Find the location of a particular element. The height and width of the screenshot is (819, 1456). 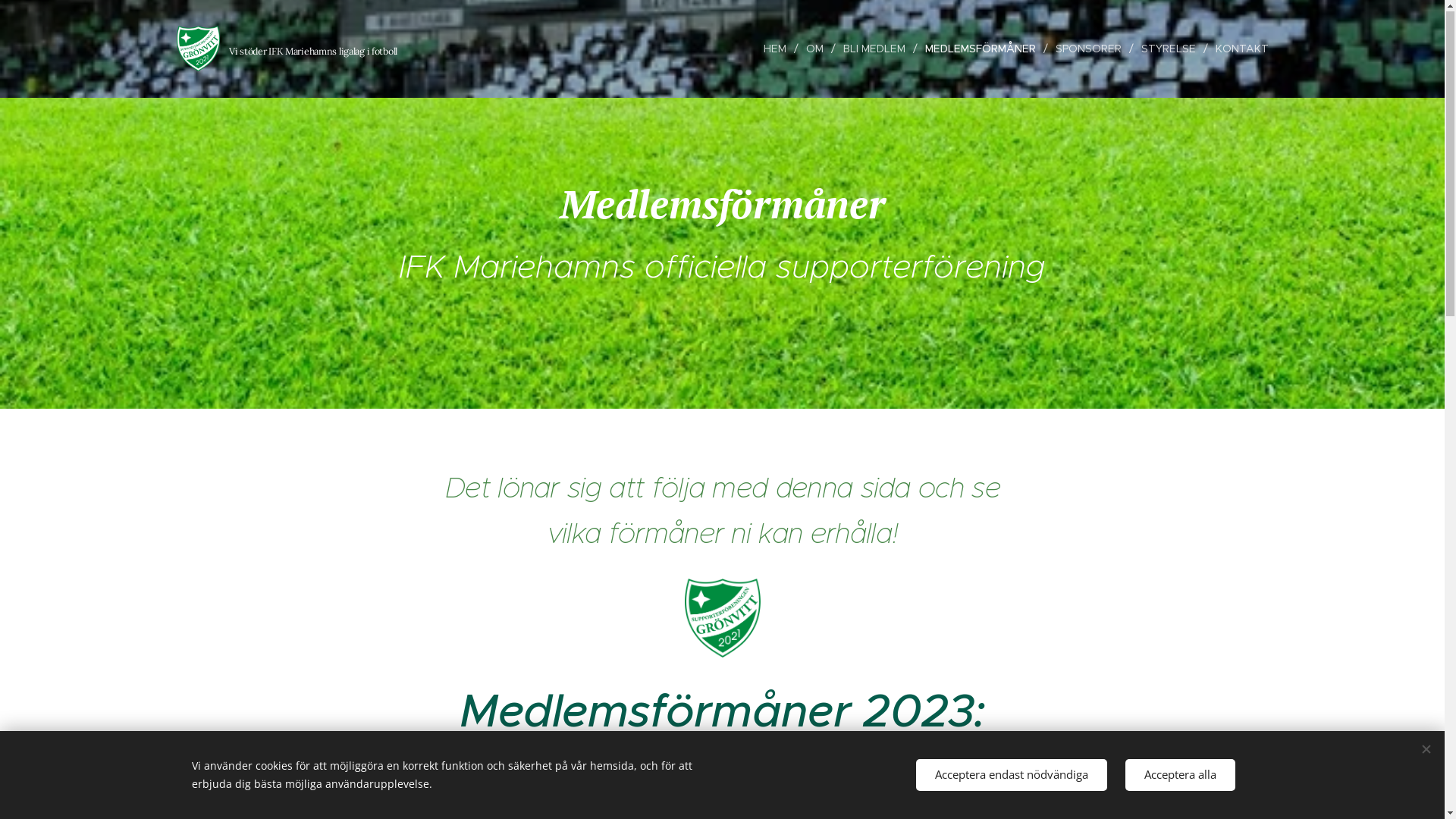

'OM' is located at coordinates (815, 49).